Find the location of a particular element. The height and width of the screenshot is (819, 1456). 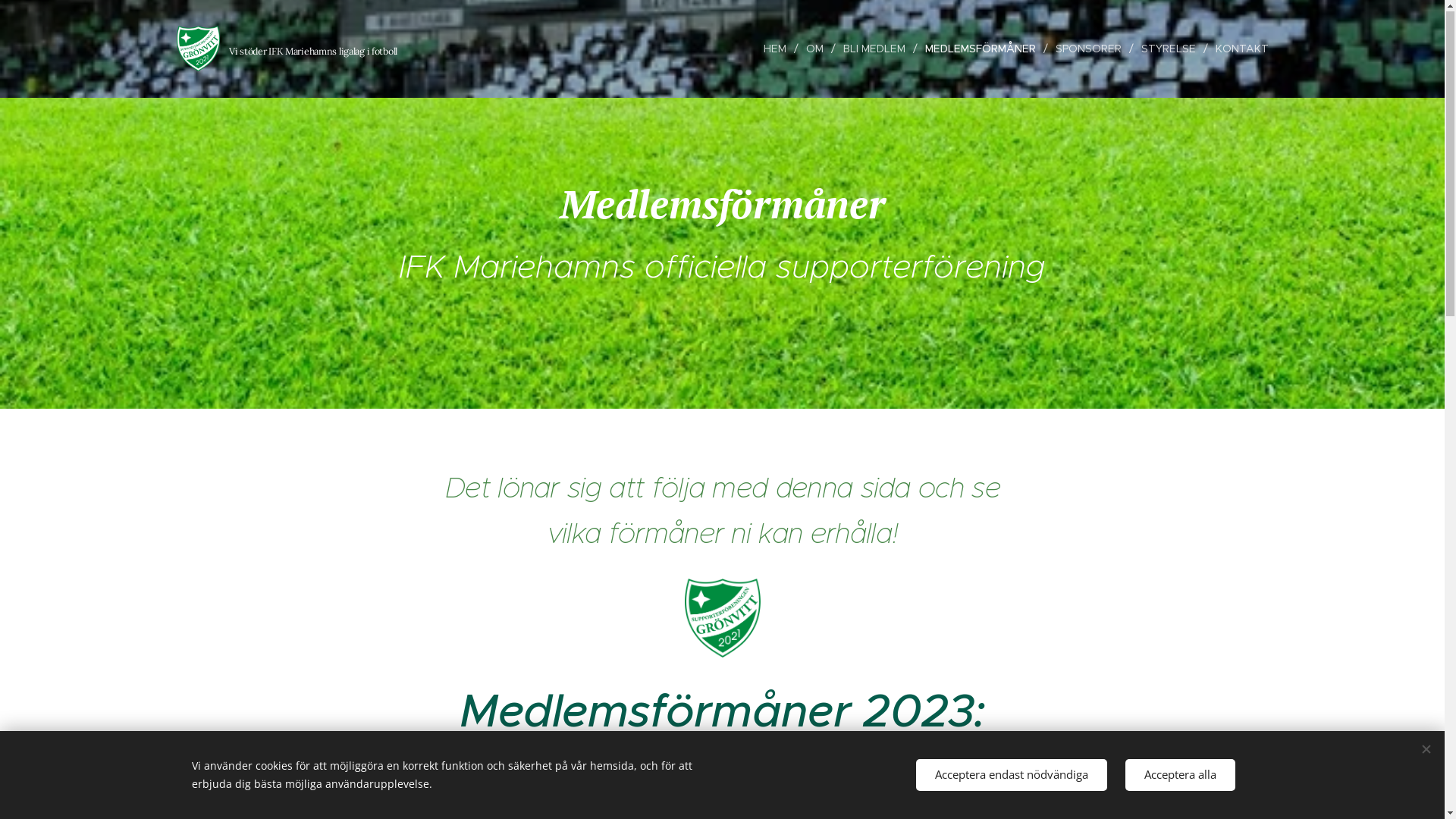

'OM' is located at coordinates (815, 49).